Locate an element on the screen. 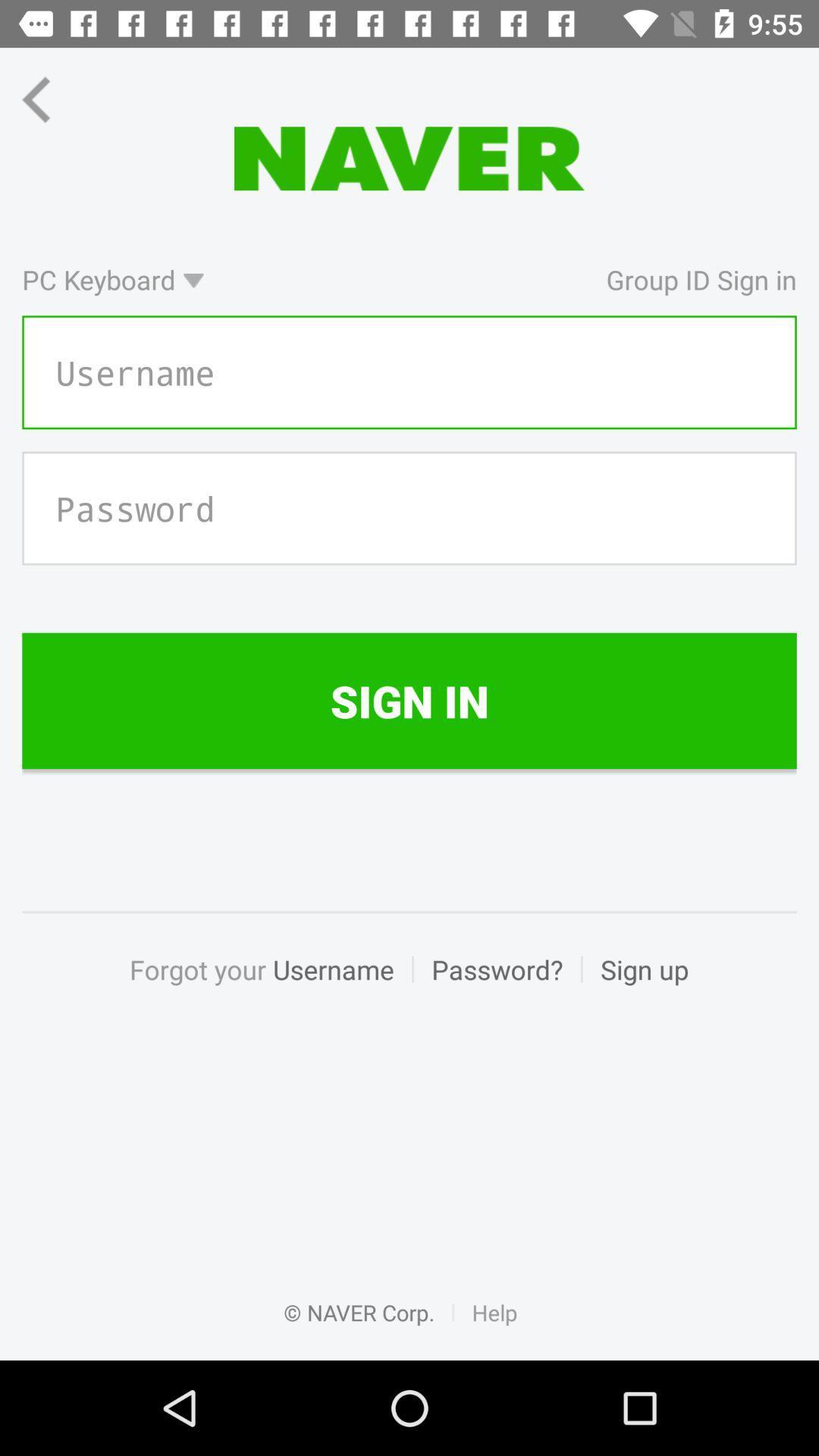  the forgot your username app is located at coordinates (270, 986).